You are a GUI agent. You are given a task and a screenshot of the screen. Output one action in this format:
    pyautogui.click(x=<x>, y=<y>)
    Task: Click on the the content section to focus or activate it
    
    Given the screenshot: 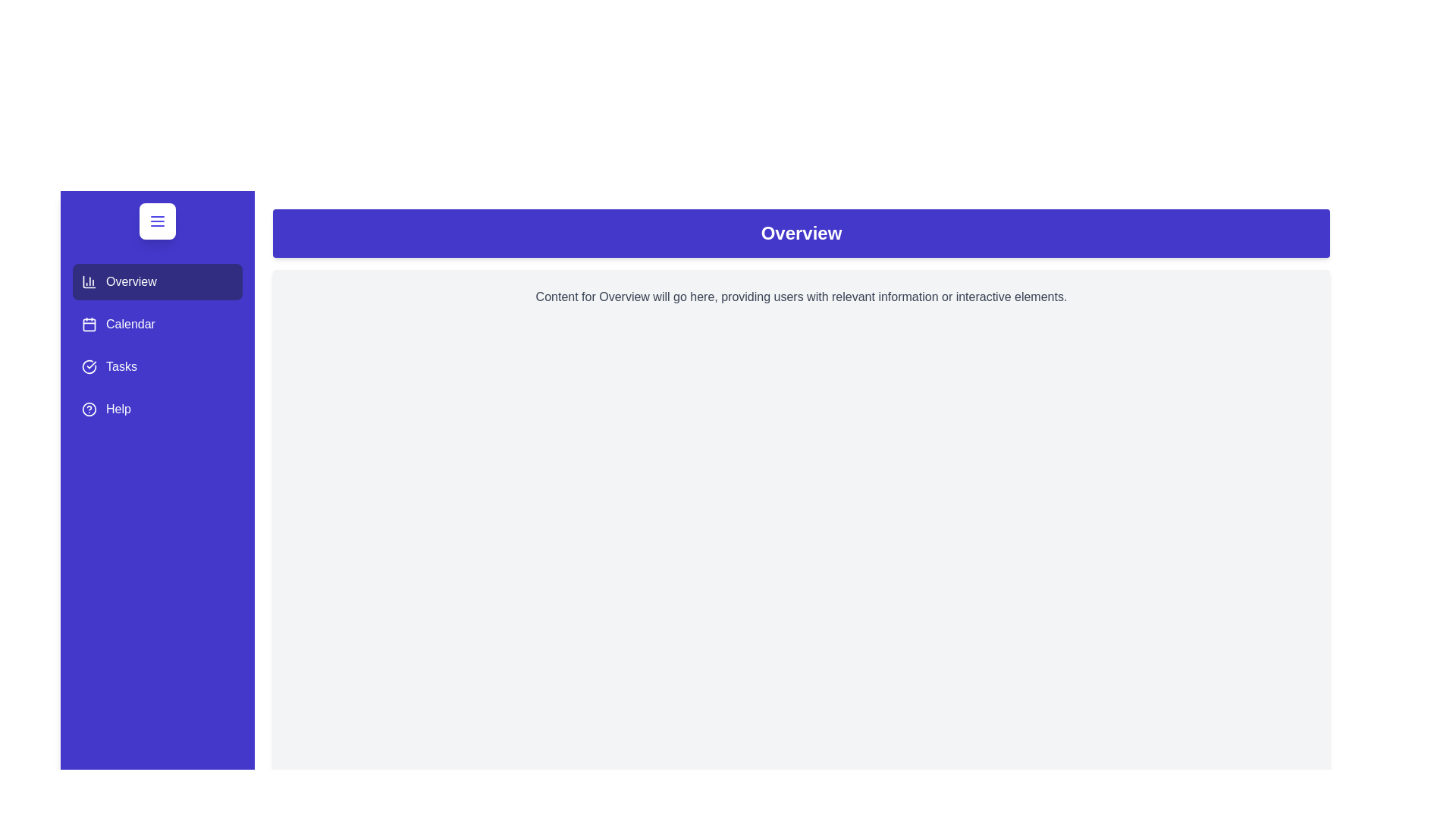 What is the action you would take?
    pyautogui.click(x=800, y=631)
    